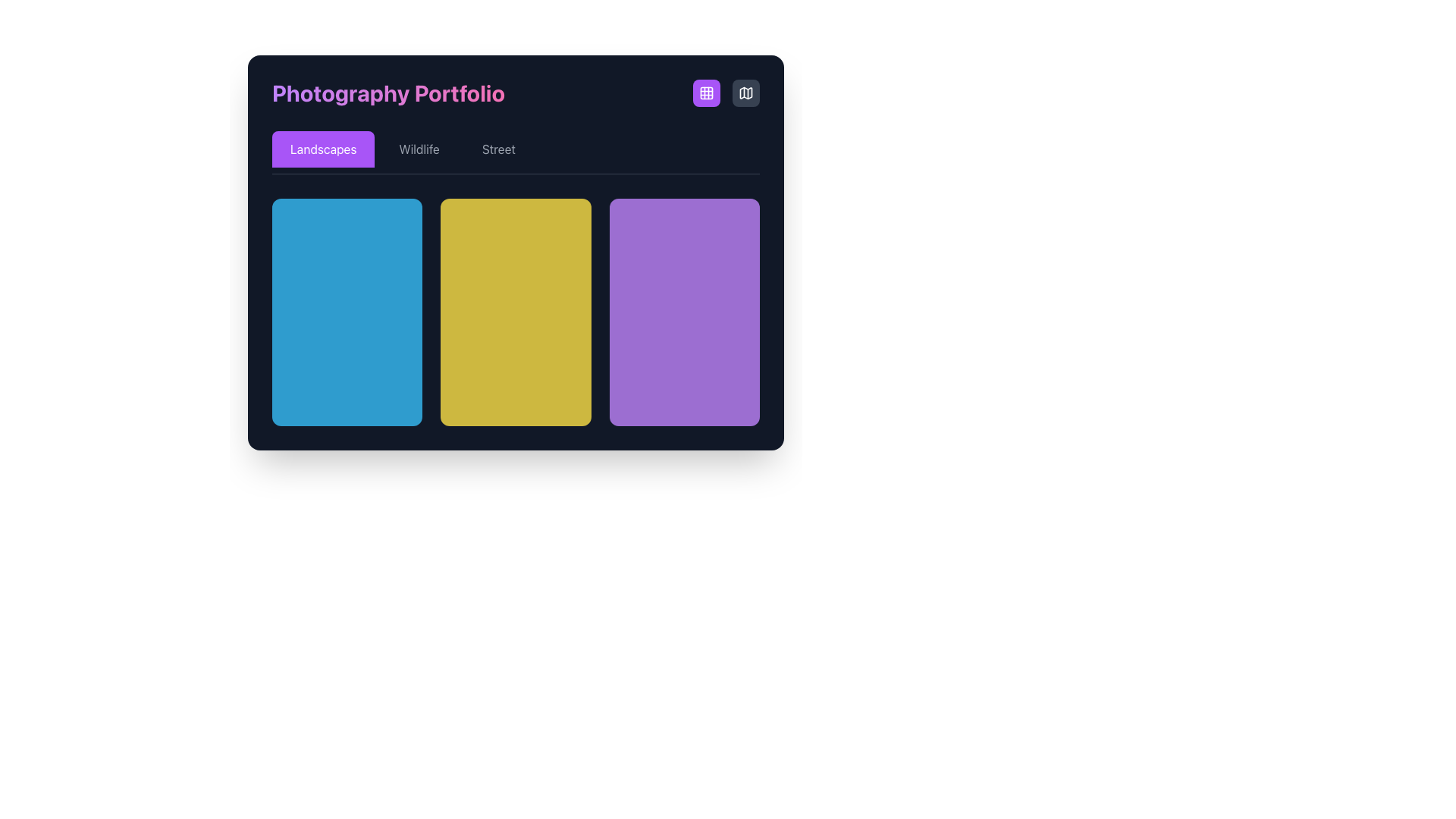  I want to click on the Navigation tab group containing the options 'Landscapes', 'Wildlife', and 'Street', so click(516, 152).